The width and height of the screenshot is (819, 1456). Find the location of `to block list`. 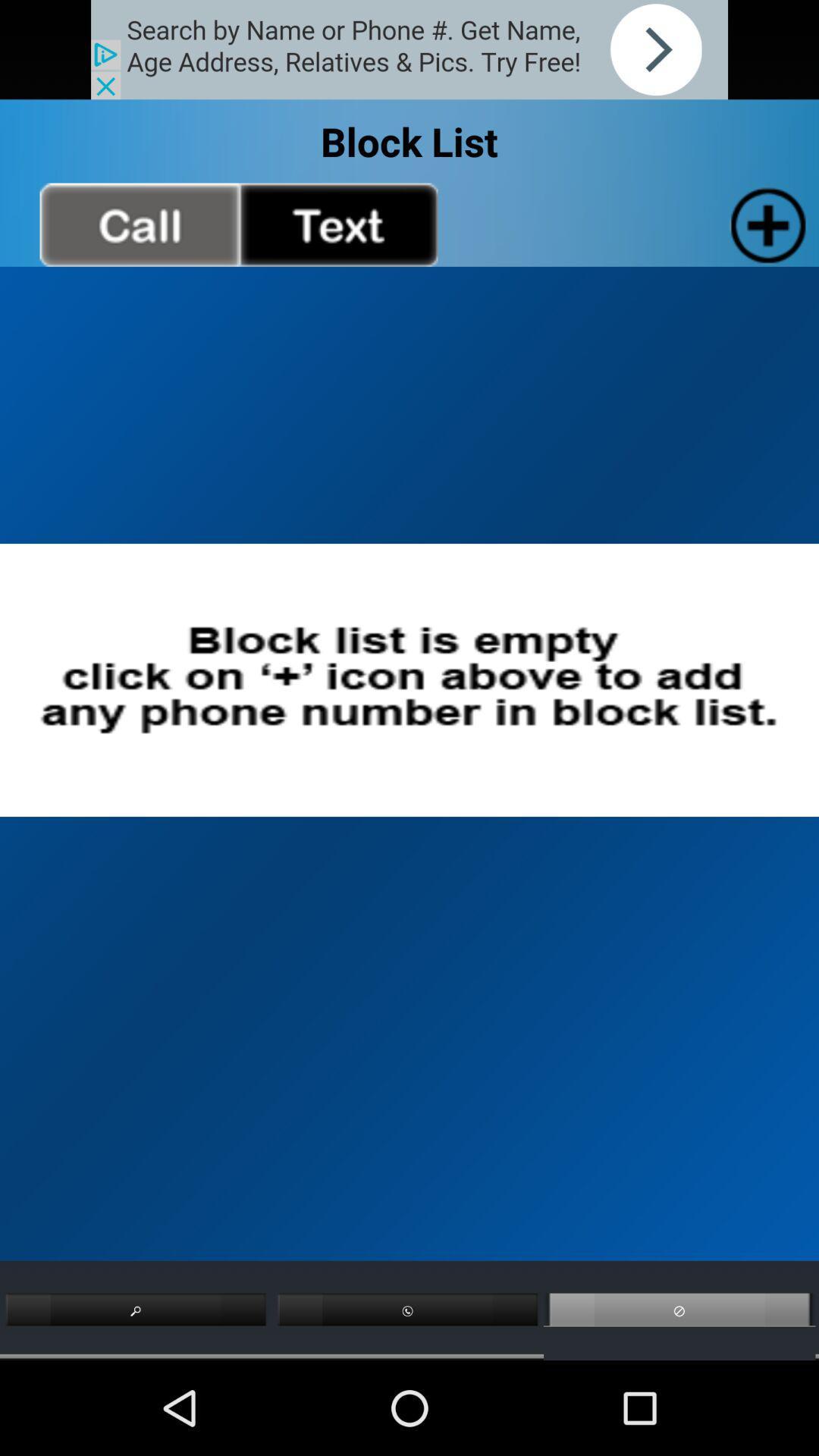

to block list is located at coordinates (765, 224).